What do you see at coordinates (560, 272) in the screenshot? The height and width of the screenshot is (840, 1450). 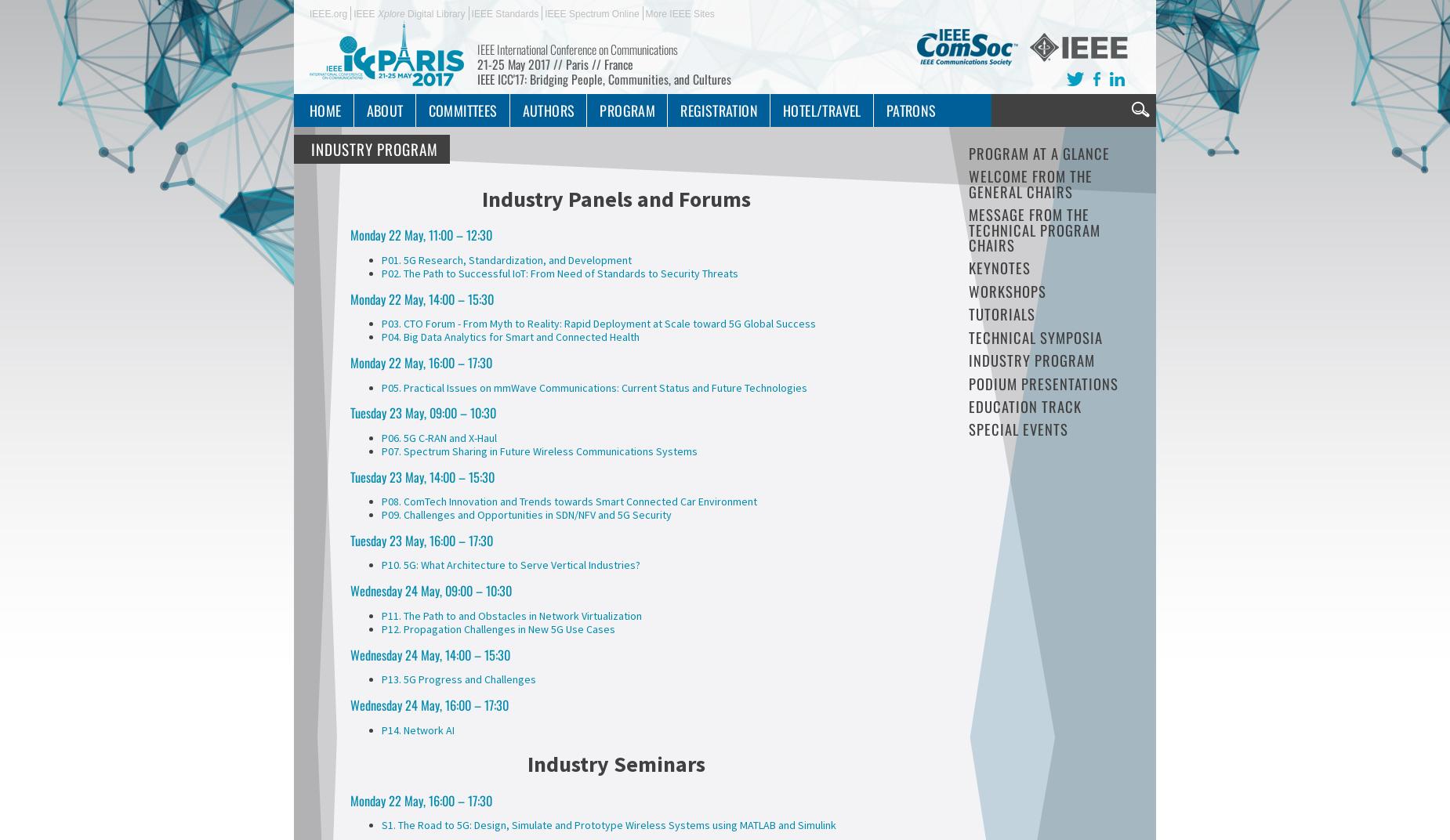 I see `'P02. The Path to Successful IoT: From Need of Standards to Security Threats'` at bounding box center [560, 272].